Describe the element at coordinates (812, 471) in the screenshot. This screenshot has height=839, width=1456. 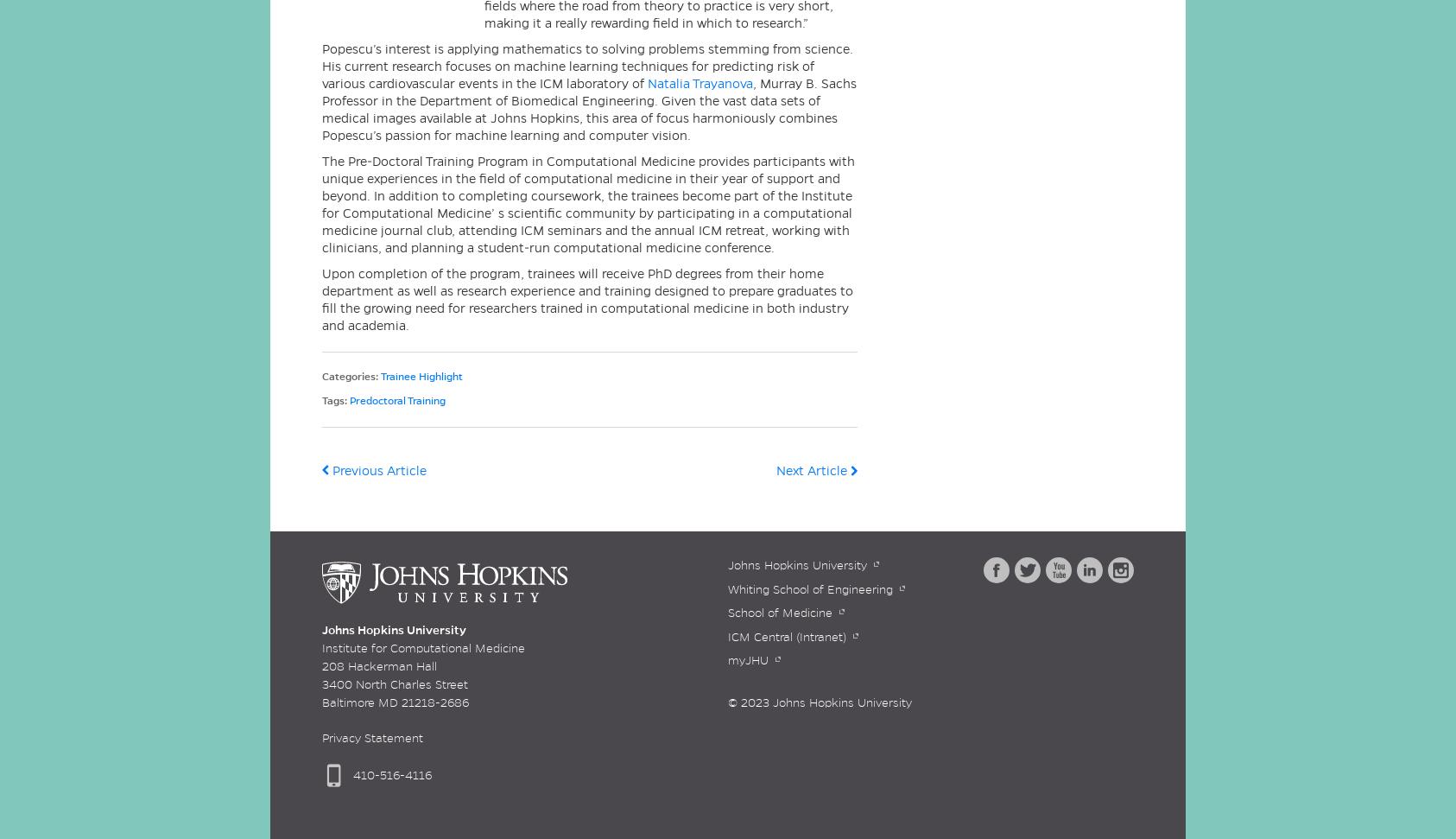
I see `'Next Article'` at that location.